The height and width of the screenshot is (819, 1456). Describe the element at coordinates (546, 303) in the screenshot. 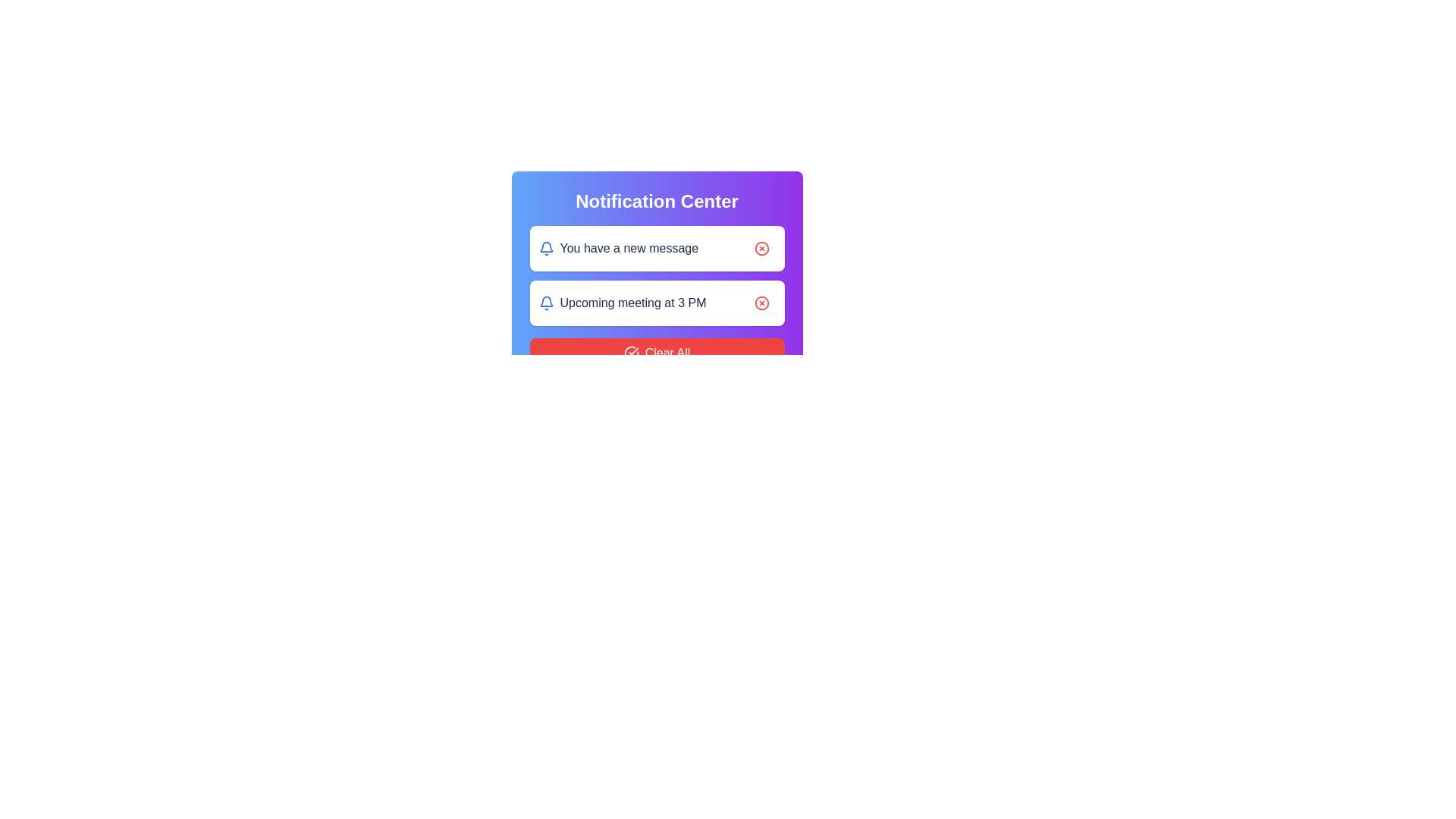

I see `the blue bell icon located to the left of the text 'Upcoming meeting at 3 PM' in the second entry of the notification panel` at that location.